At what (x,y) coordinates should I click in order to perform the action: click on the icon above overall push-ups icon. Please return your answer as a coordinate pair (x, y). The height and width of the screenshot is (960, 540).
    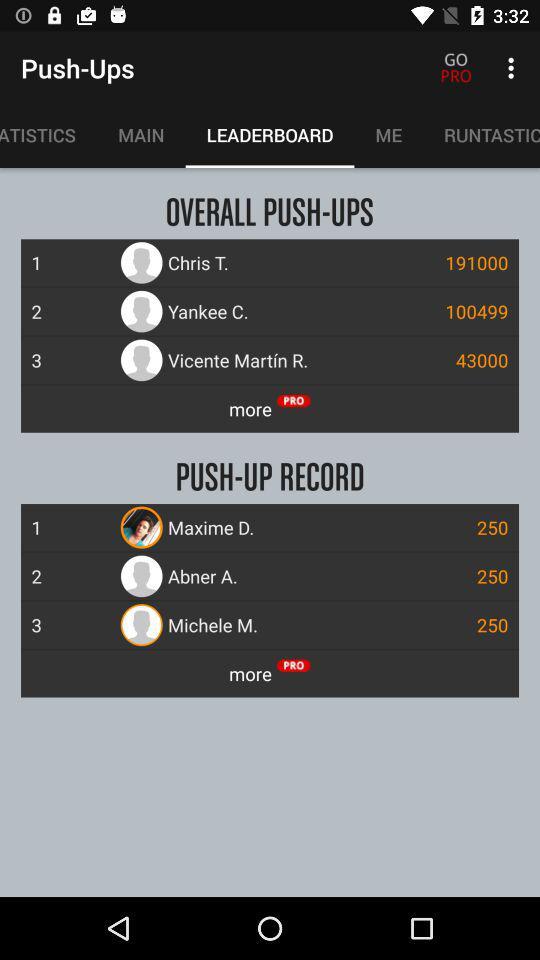
    Looking at the image, I should click on (388, 134).